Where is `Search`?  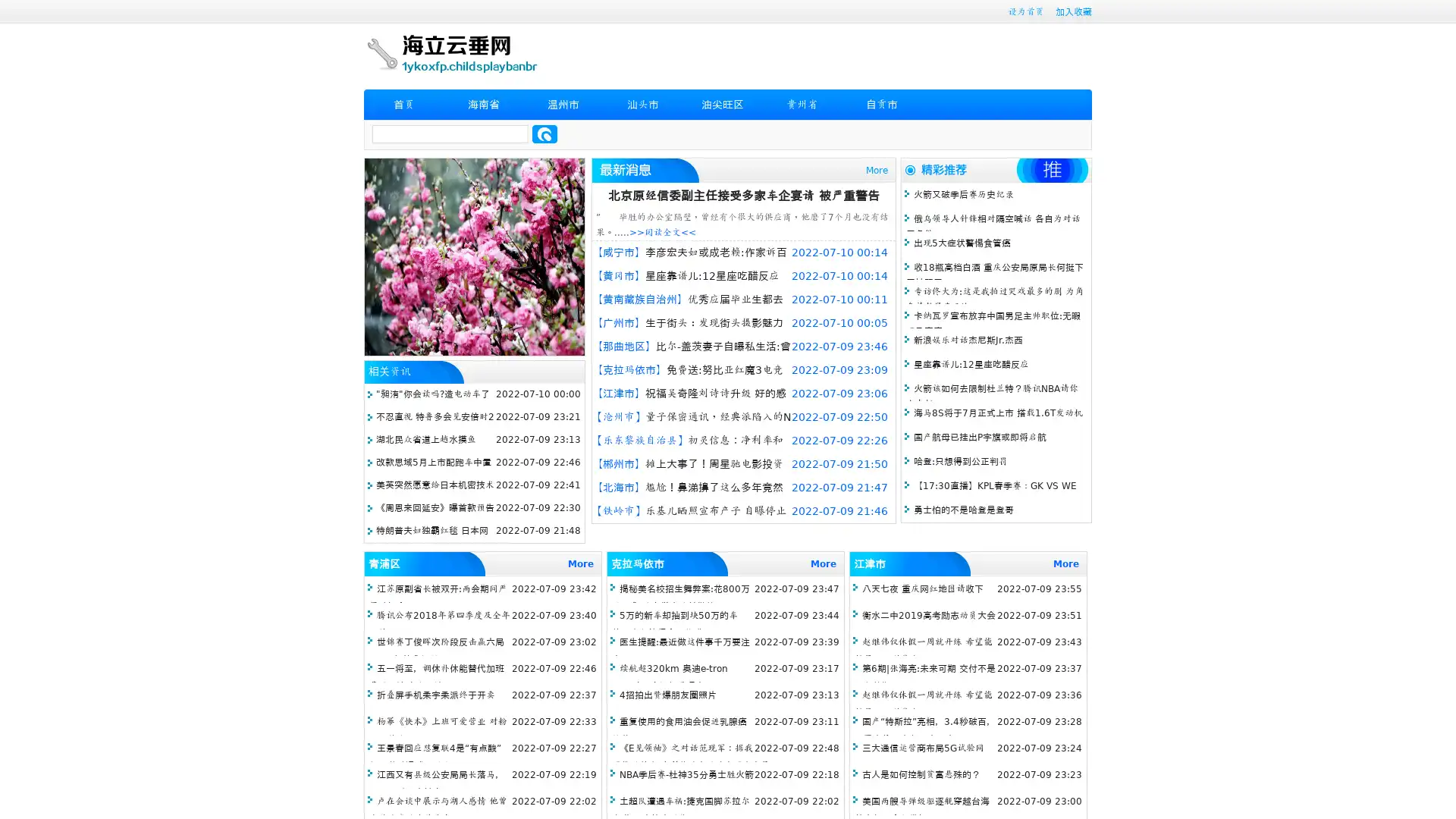 Search is located at coordinates (544, 133).